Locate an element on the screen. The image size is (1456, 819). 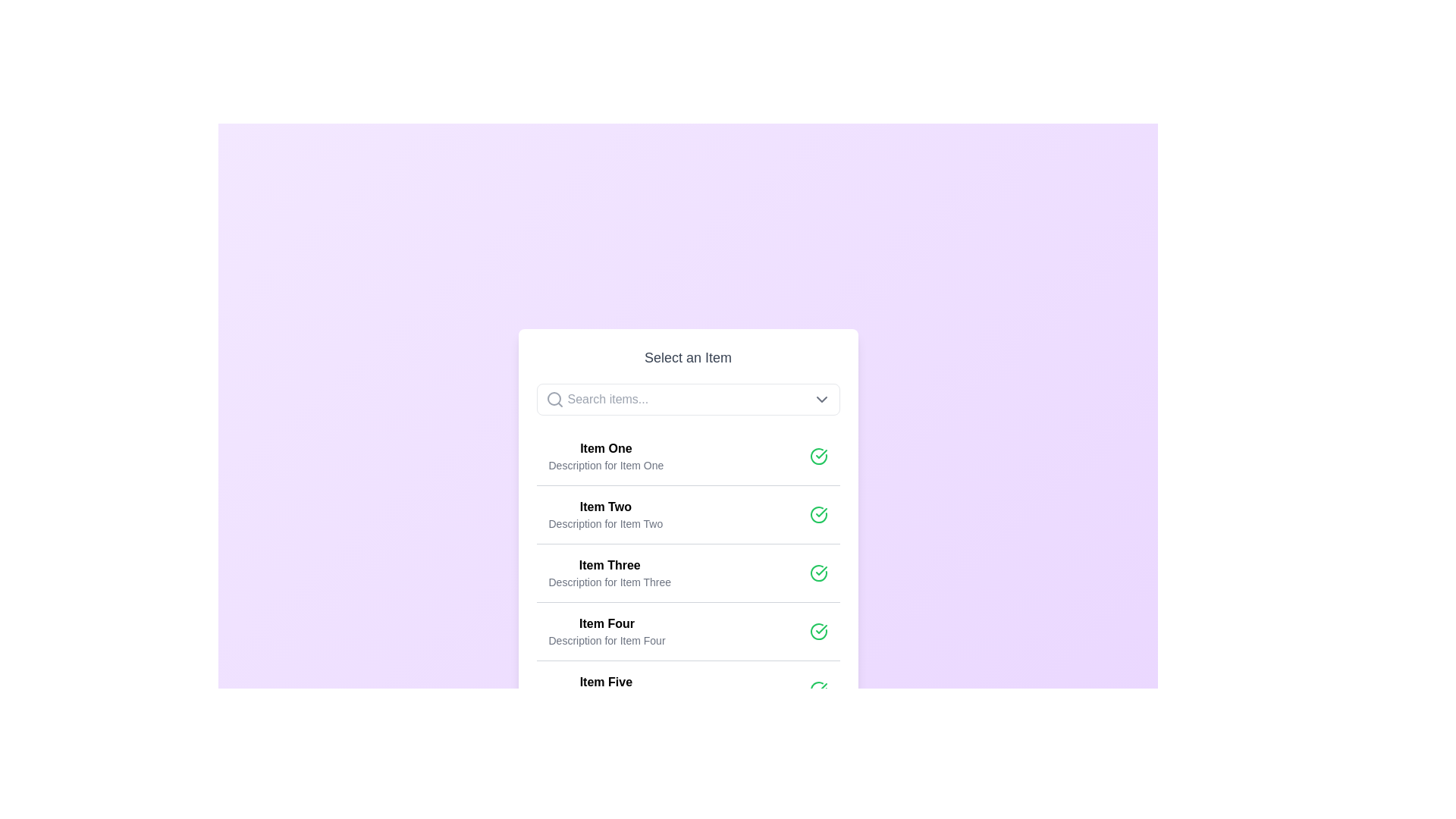
the title label for 'Item Four', which identifies it as the fourth item in the list within the modal interface is located at coordinates (607, 623).